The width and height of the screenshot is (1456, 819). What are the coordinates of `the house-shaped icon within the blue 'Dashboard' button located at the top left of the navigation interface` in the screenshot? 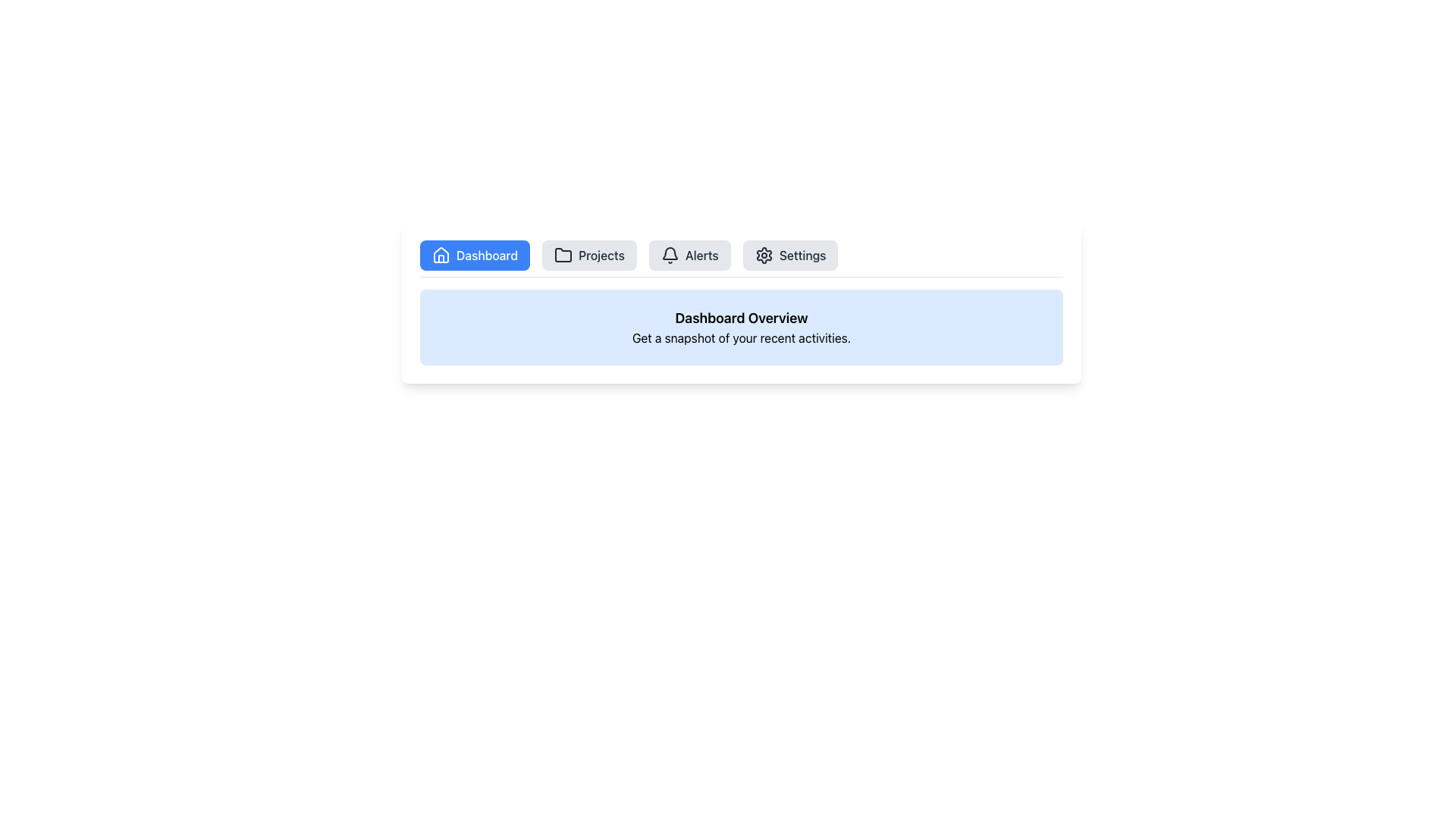 It's located at (440, 254).